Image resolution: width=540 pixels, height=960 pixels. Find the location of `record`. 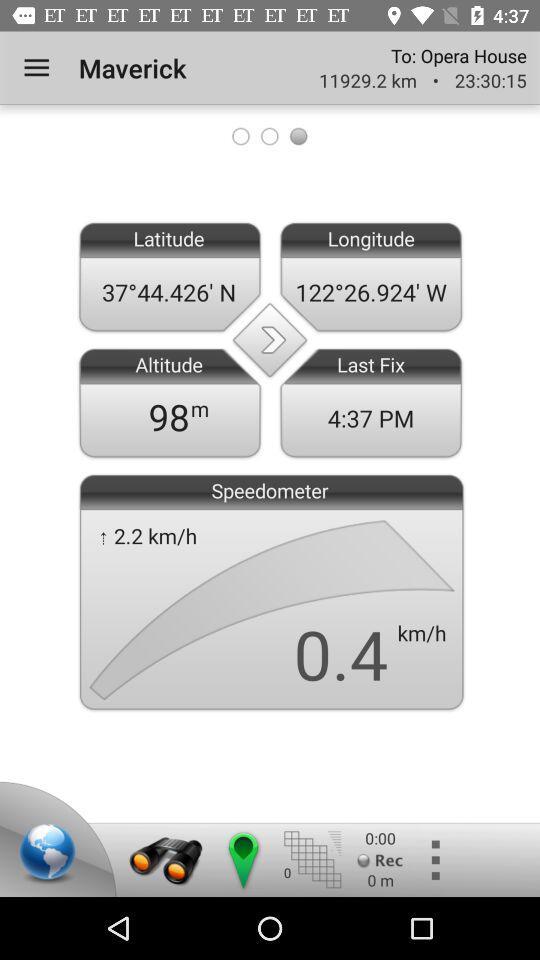

record is located at coordinates (380, 859).